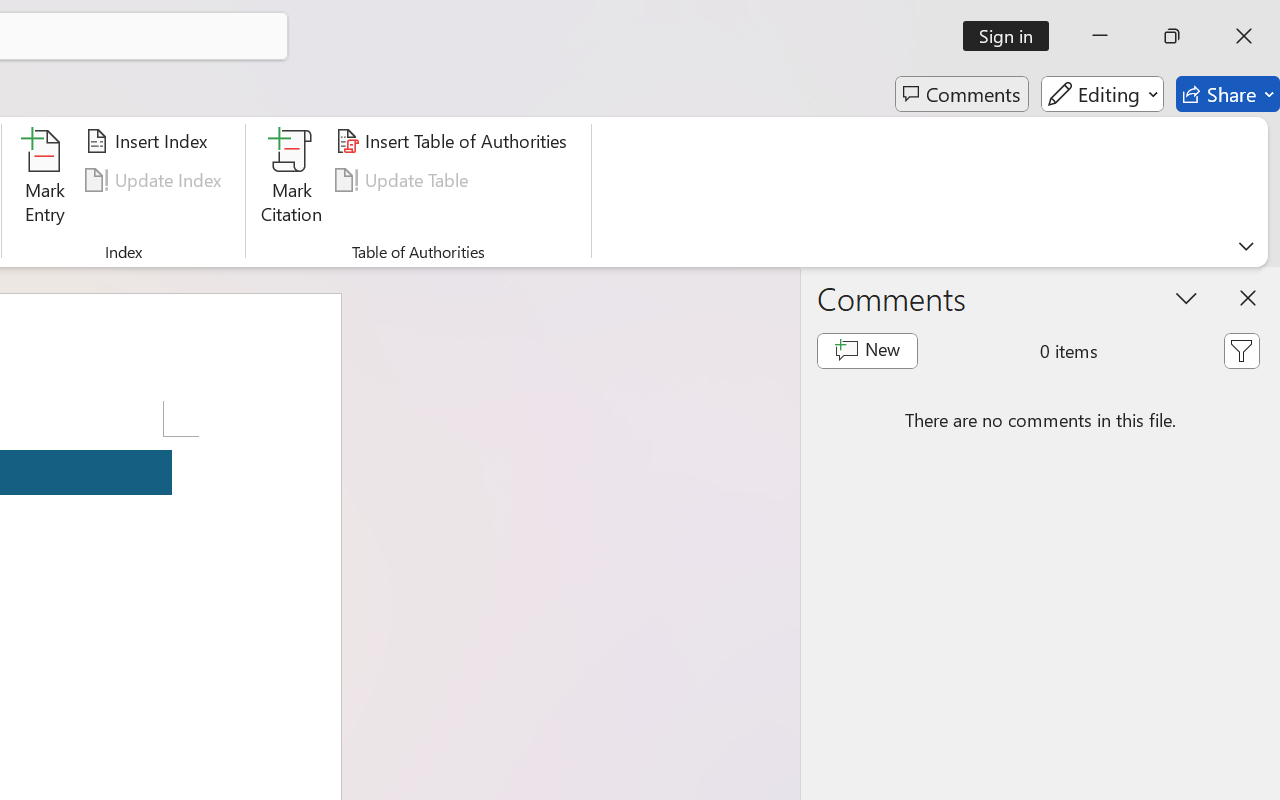  Describe the element at coordinates (867, 350) in the screenshot. I see `'New comment'` at that location.